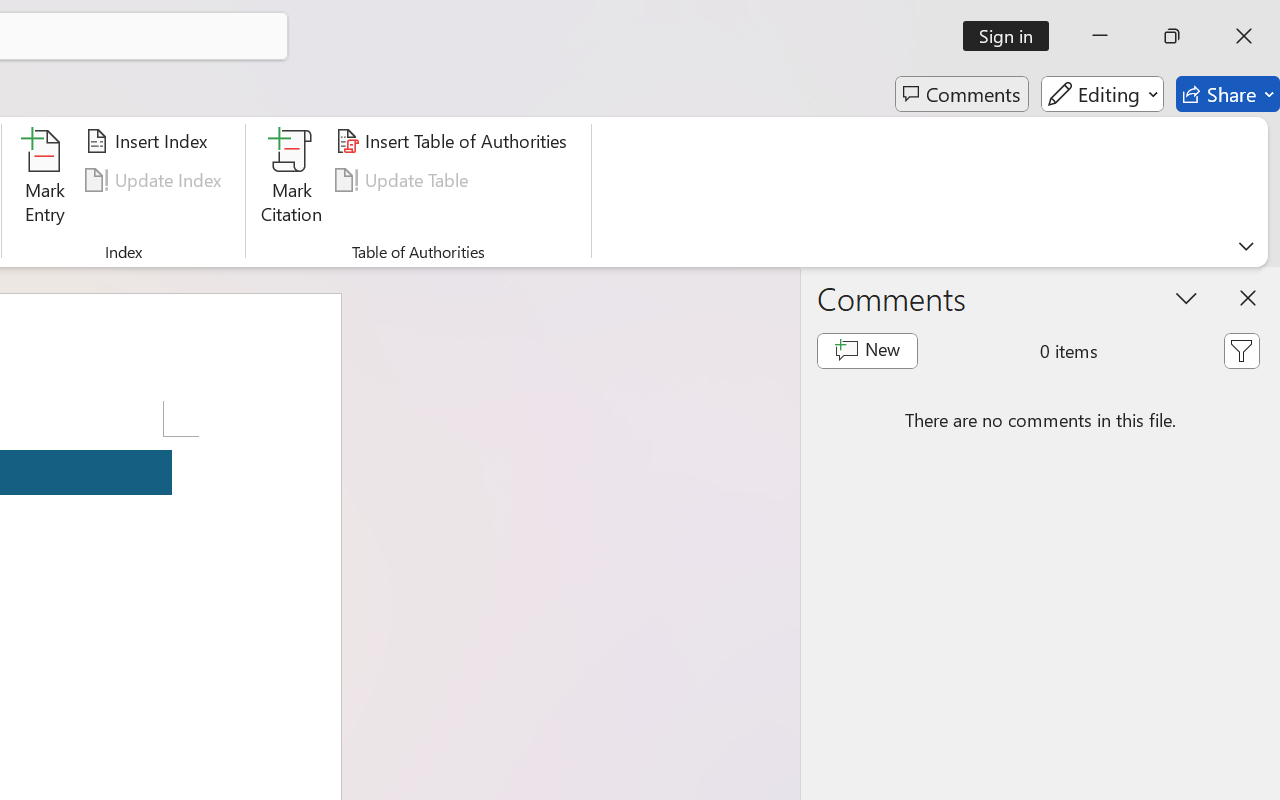  Describe the element at coordinates (867, 350) in the screenshot. I see `'New comment'` at that location.